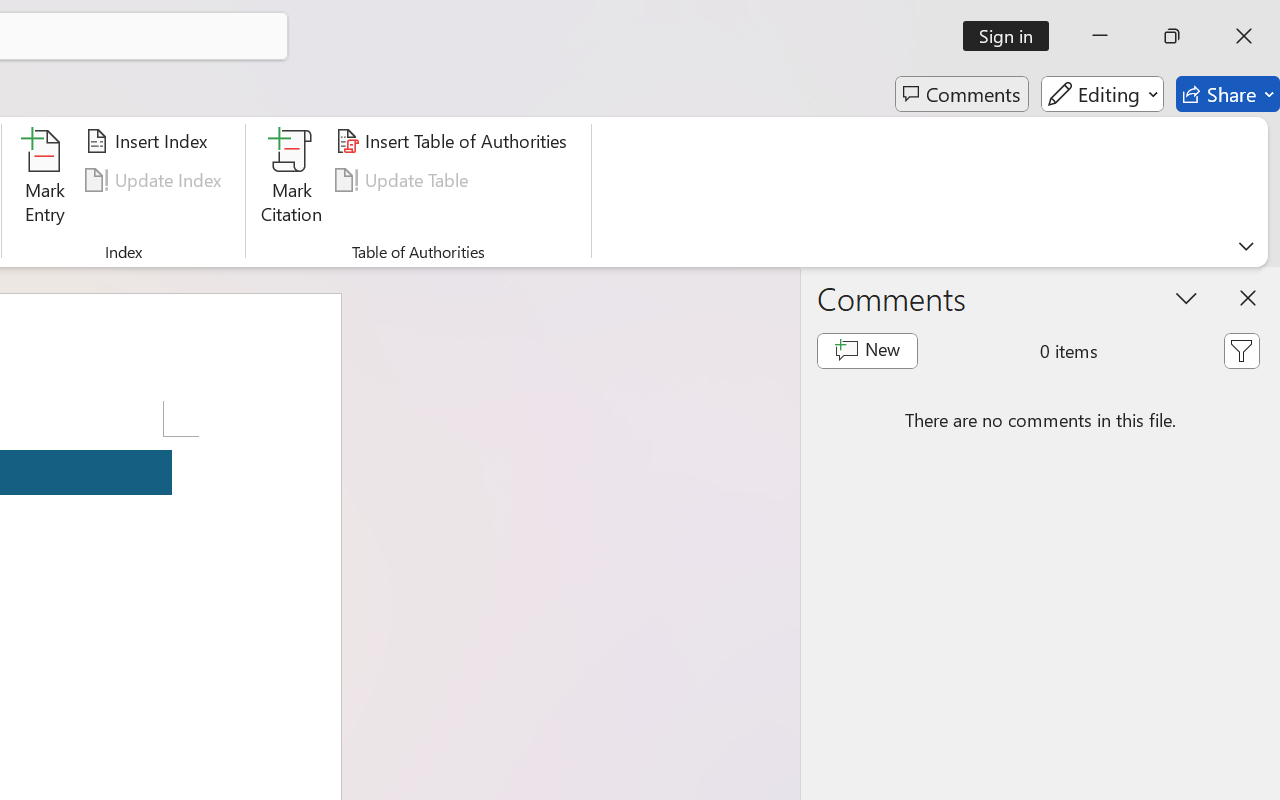  Describe the element at coordinates (867, 350) in the screenshot. I see `'New comment'` at that location.